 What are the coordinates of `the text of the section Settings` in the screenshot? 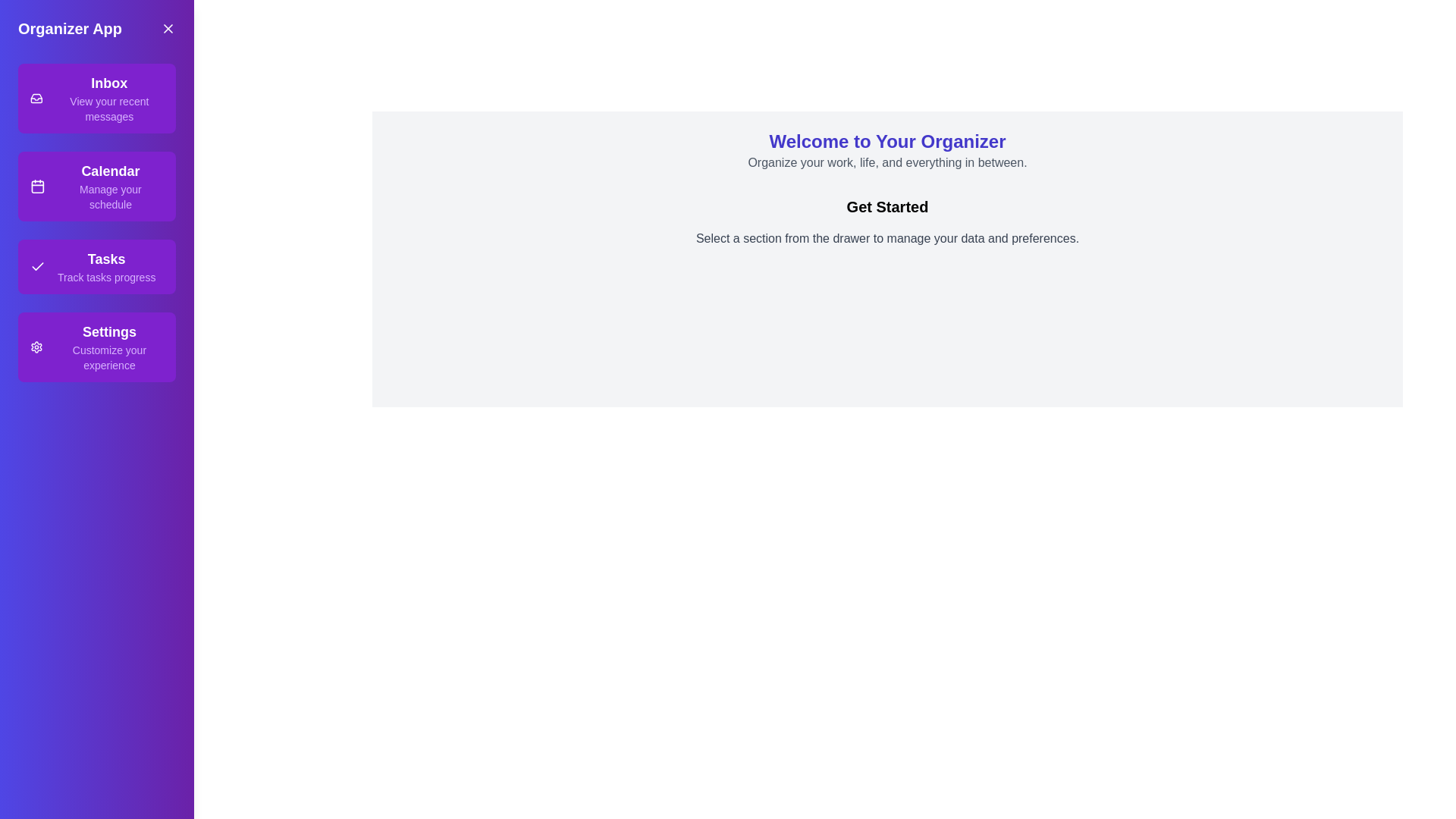 It's located at (96, 347).